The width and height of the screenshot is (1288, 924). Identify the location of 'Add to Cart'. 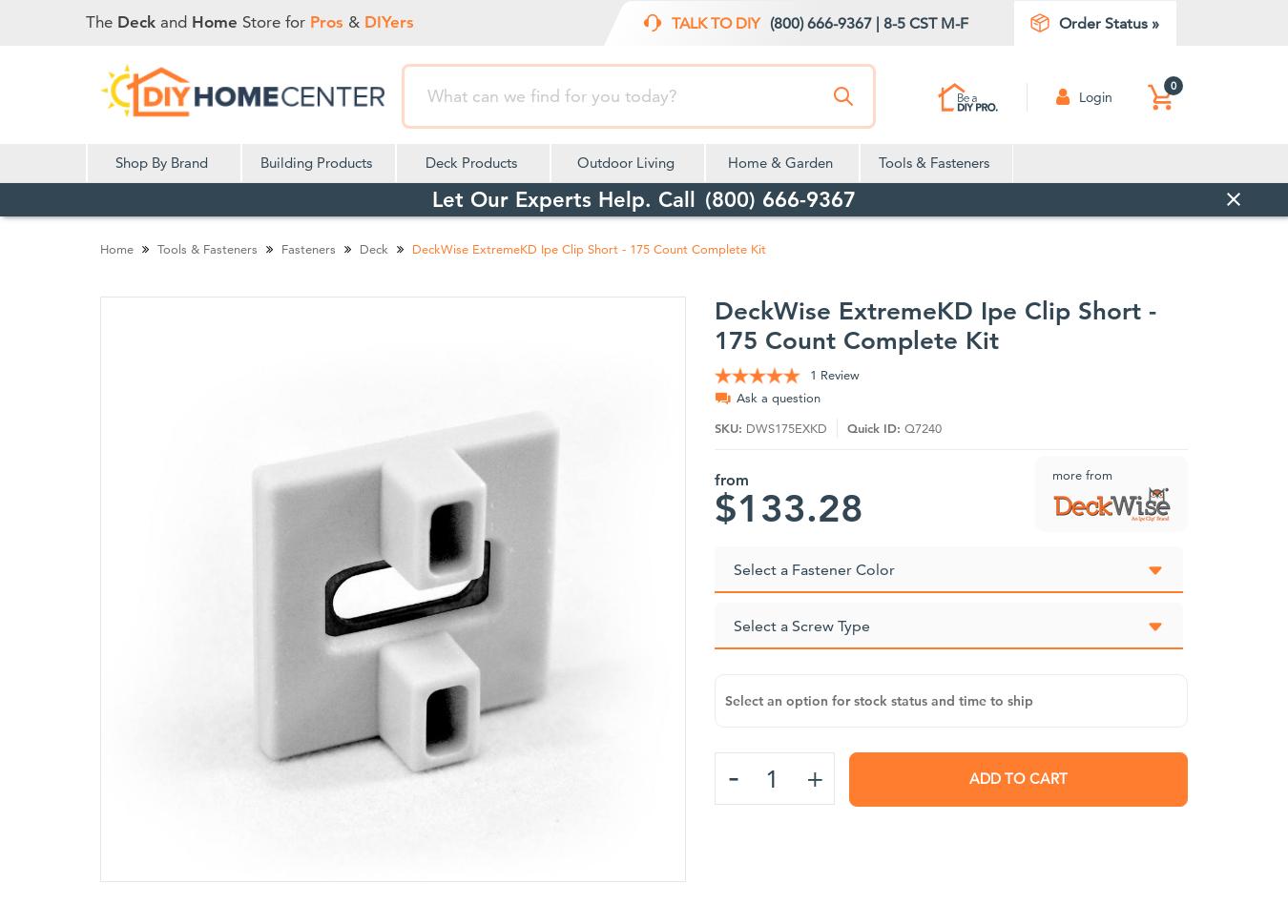
(1017, 777).